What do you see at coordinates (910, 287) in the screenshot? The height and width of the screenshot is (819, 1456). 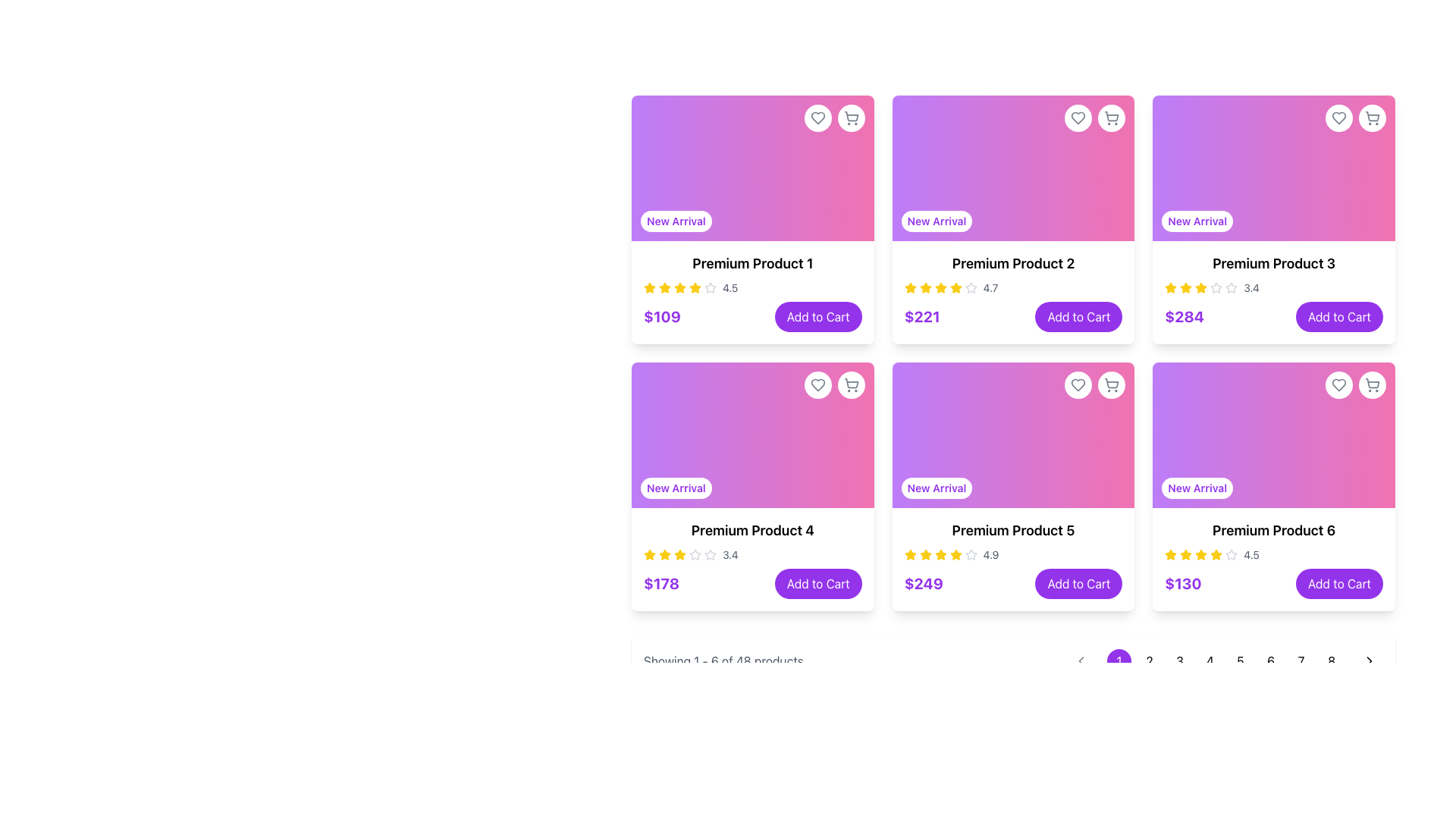 I see `the second yellow star icon in the five-star rating system below 'Premium Product 2'` at bounding box center [910, 287].